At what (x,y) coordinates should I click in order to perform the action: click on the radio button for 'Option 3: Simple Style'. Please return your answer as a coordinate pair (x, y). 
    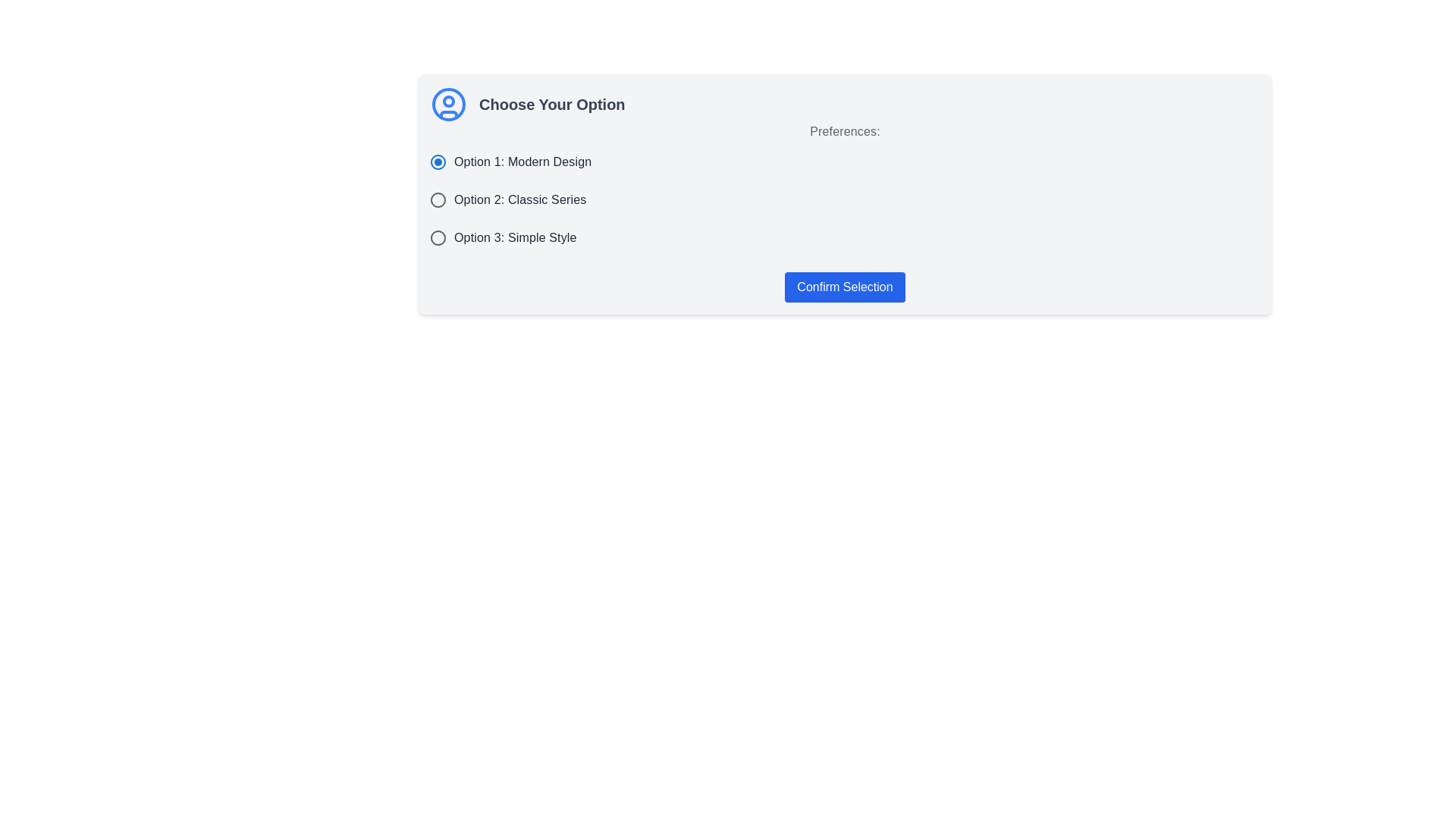
    Looking at the image, I should click on (437, 237).